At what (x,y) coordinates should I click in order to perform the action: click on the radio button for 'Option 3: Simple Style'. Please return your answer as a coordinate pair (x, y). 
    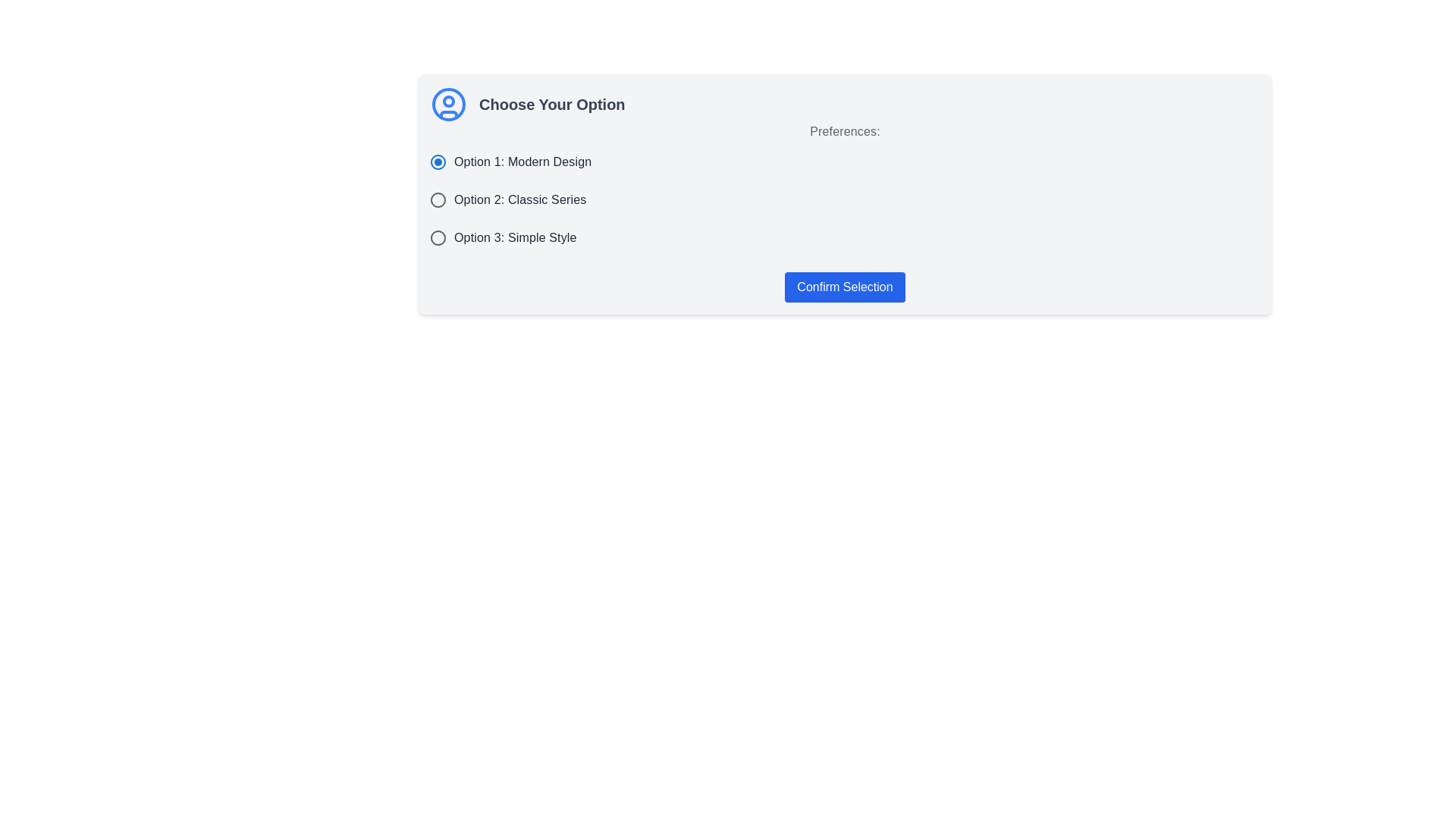
    Looking at the image, I should click on (437, 237).